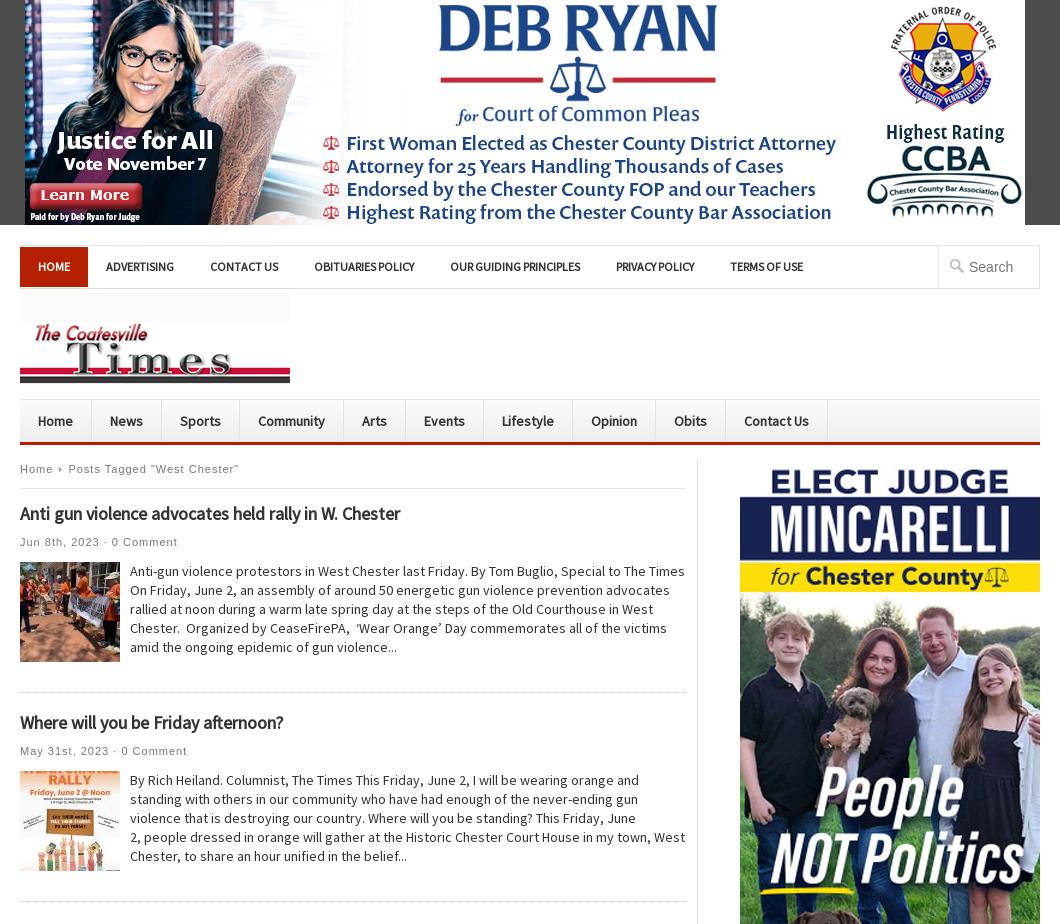 This screenshot has width=1060, height=924. What do you see at coordinates (70, 751) in the screenshot?
I see `'May 31st, 2023 ·'` at bounding box center [70, 751].